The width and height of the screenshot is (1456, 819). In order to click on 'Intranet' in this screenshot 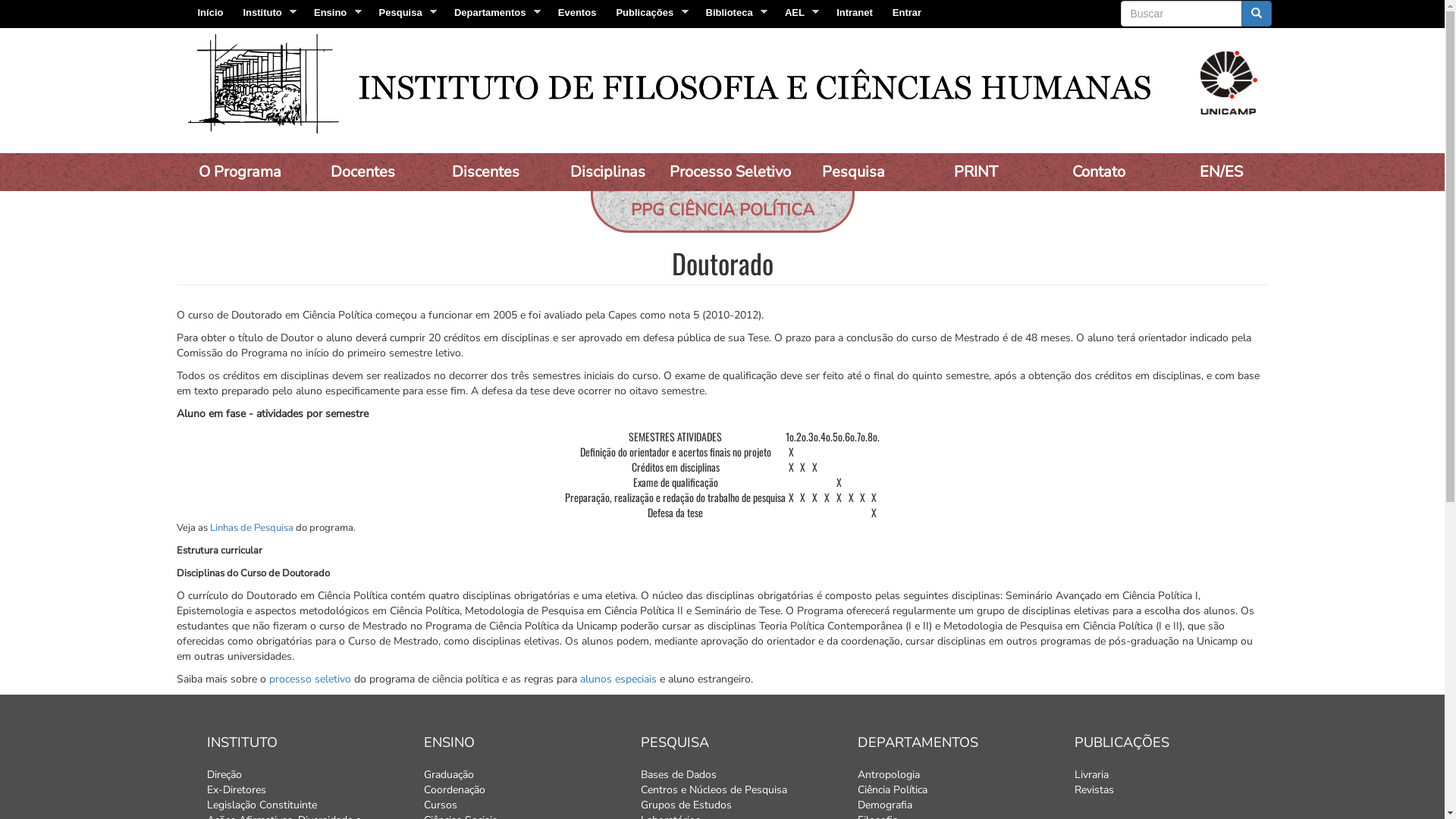, I will do `click(855, 12)`.